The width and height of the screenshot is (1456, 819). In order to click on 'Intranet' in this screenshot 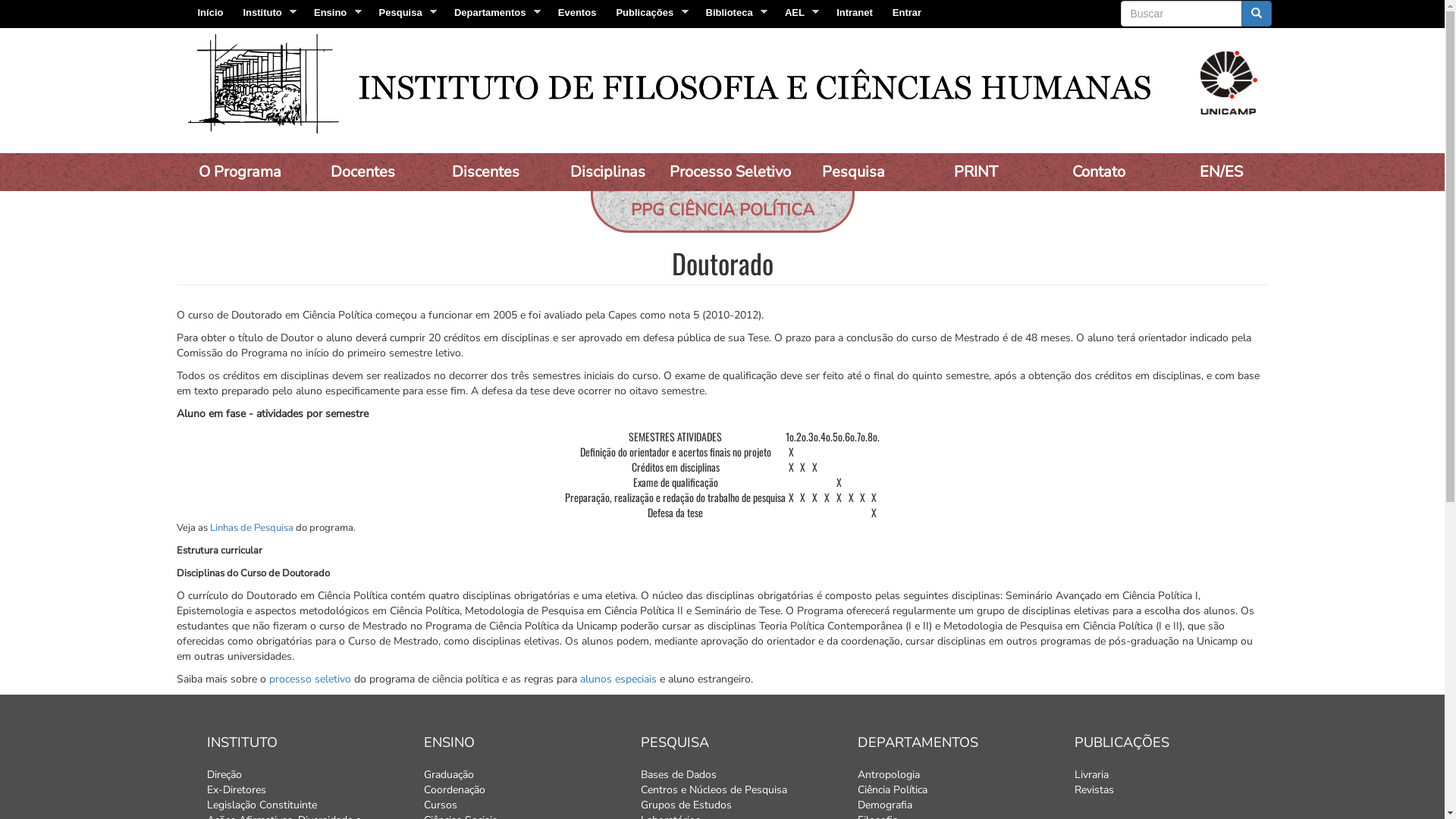, I will do `click(855, 12)`.